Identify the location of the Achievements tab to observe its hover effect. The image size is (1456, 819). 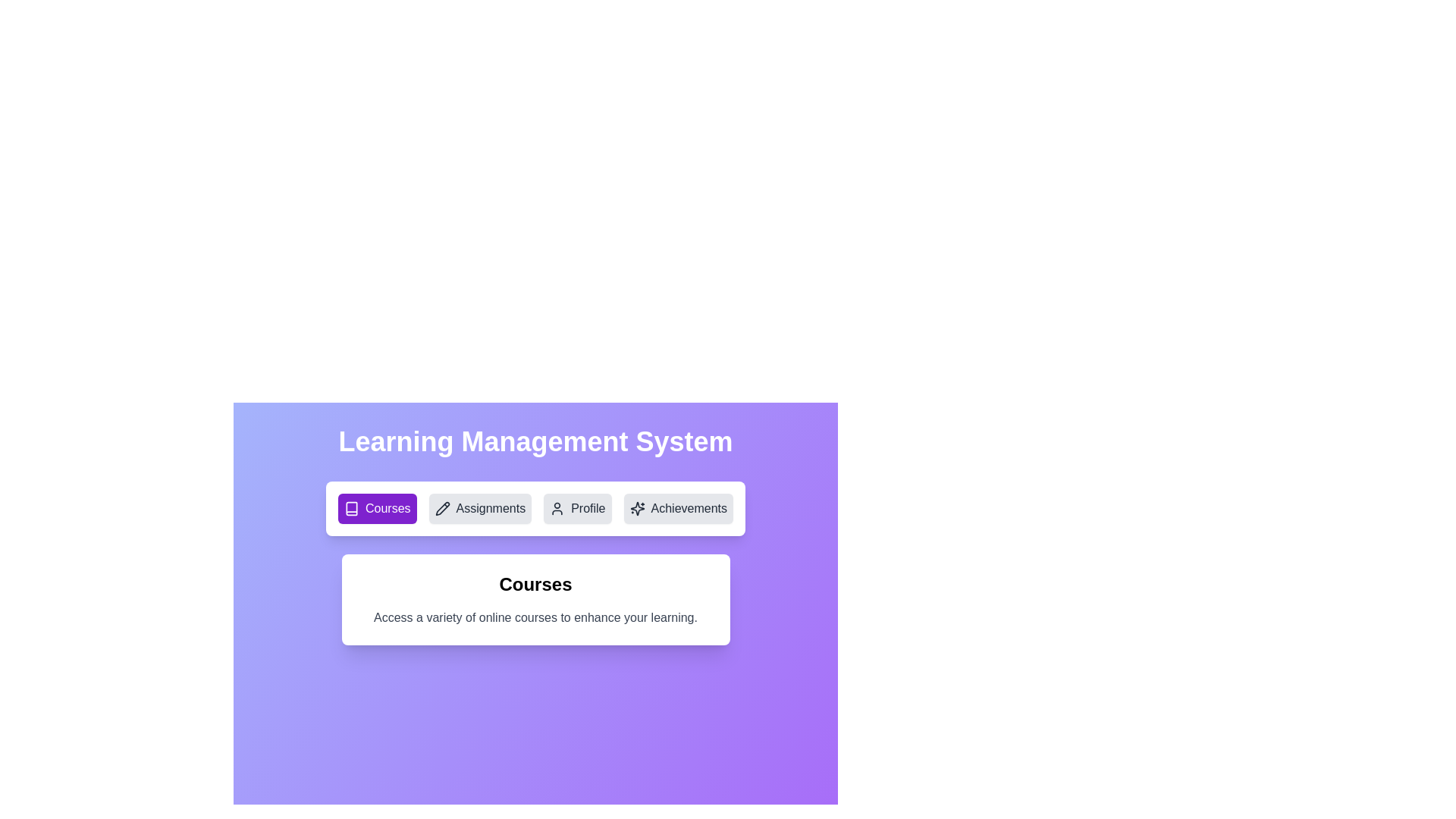
(677, 509).